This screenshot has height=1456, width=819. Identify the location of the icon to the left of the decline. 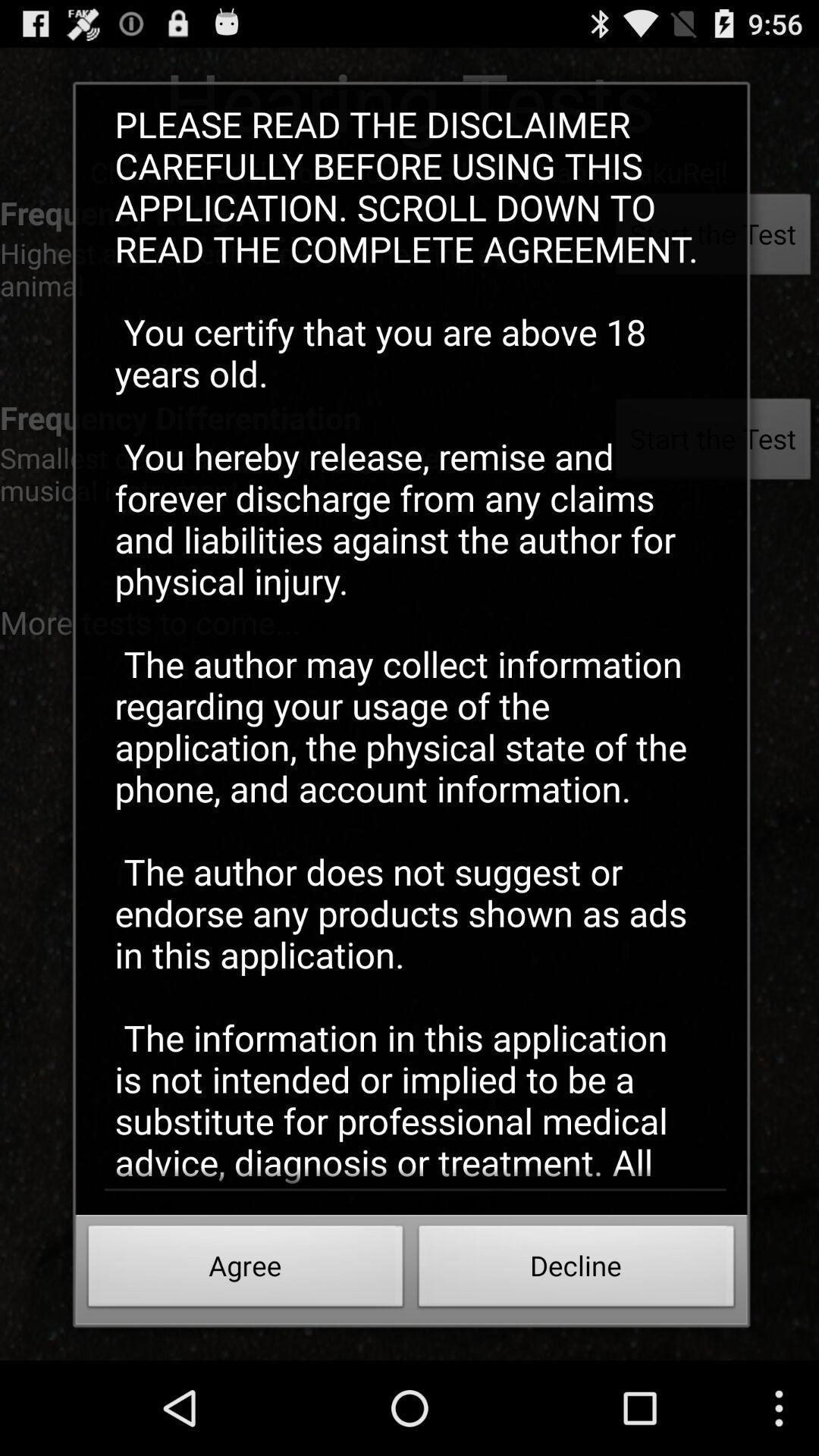
(245, 1270).